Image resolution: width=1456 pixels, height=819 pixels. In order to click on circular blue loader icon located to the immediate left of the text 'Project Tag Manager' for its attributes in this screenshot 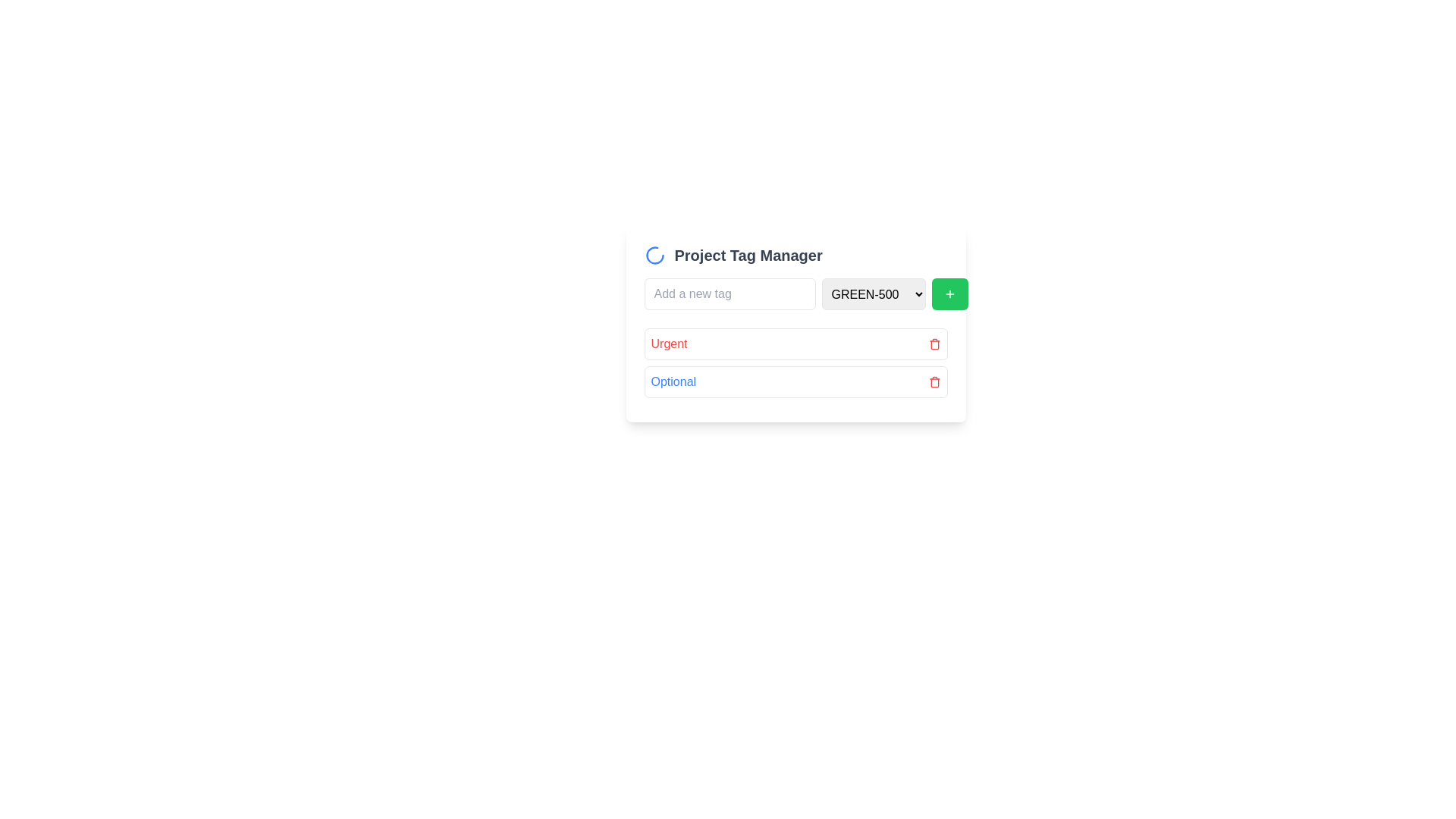, I will do `click(654, 254)`.